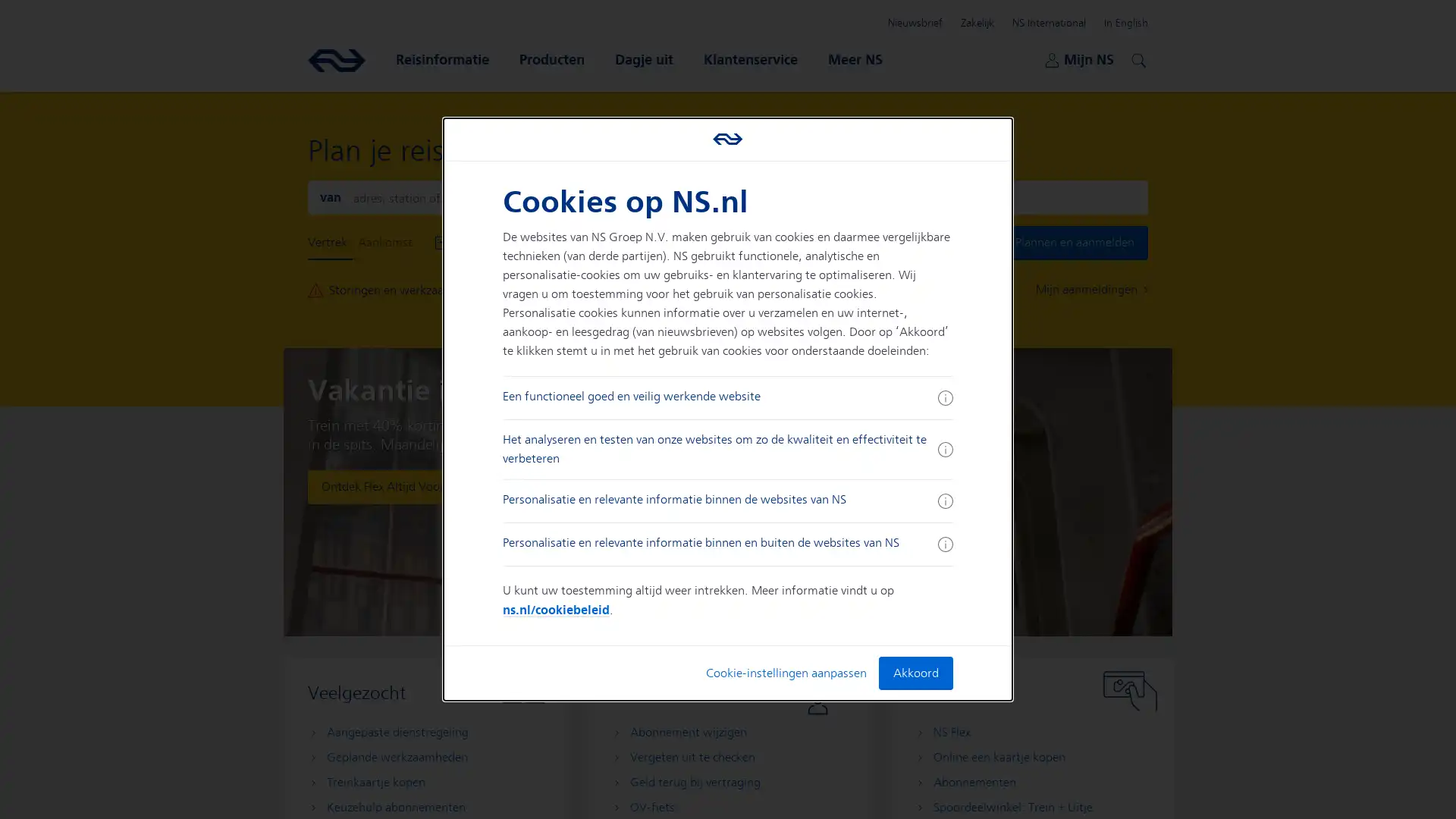 This screenshot has height=819, width=1456. I want to click on Meer informatie ingeklapt, so click(944, 500).